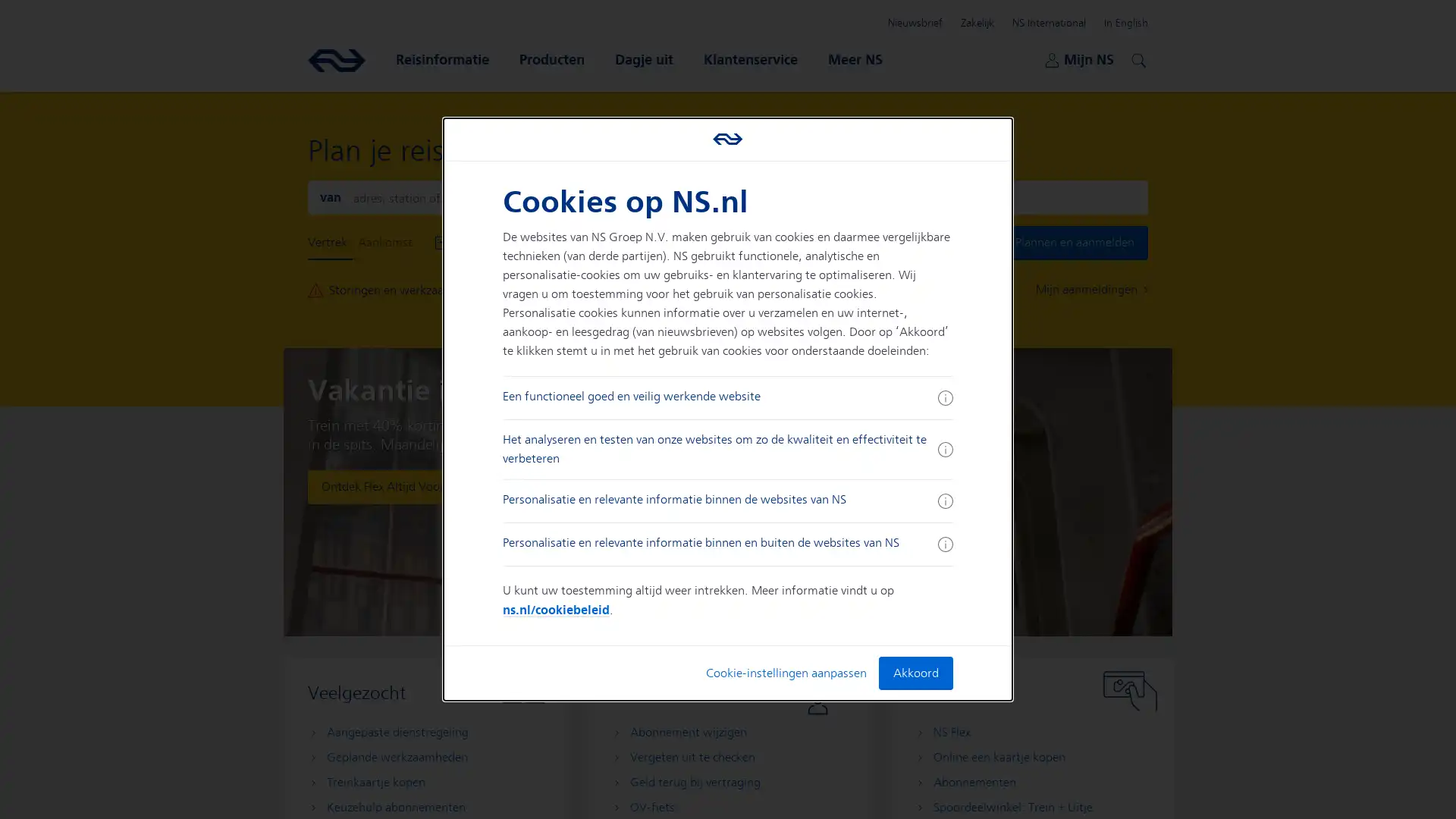 This screenshot has height=819, width=1456. I want to click on Meer informatie ingeklapt, so click(944, 500).